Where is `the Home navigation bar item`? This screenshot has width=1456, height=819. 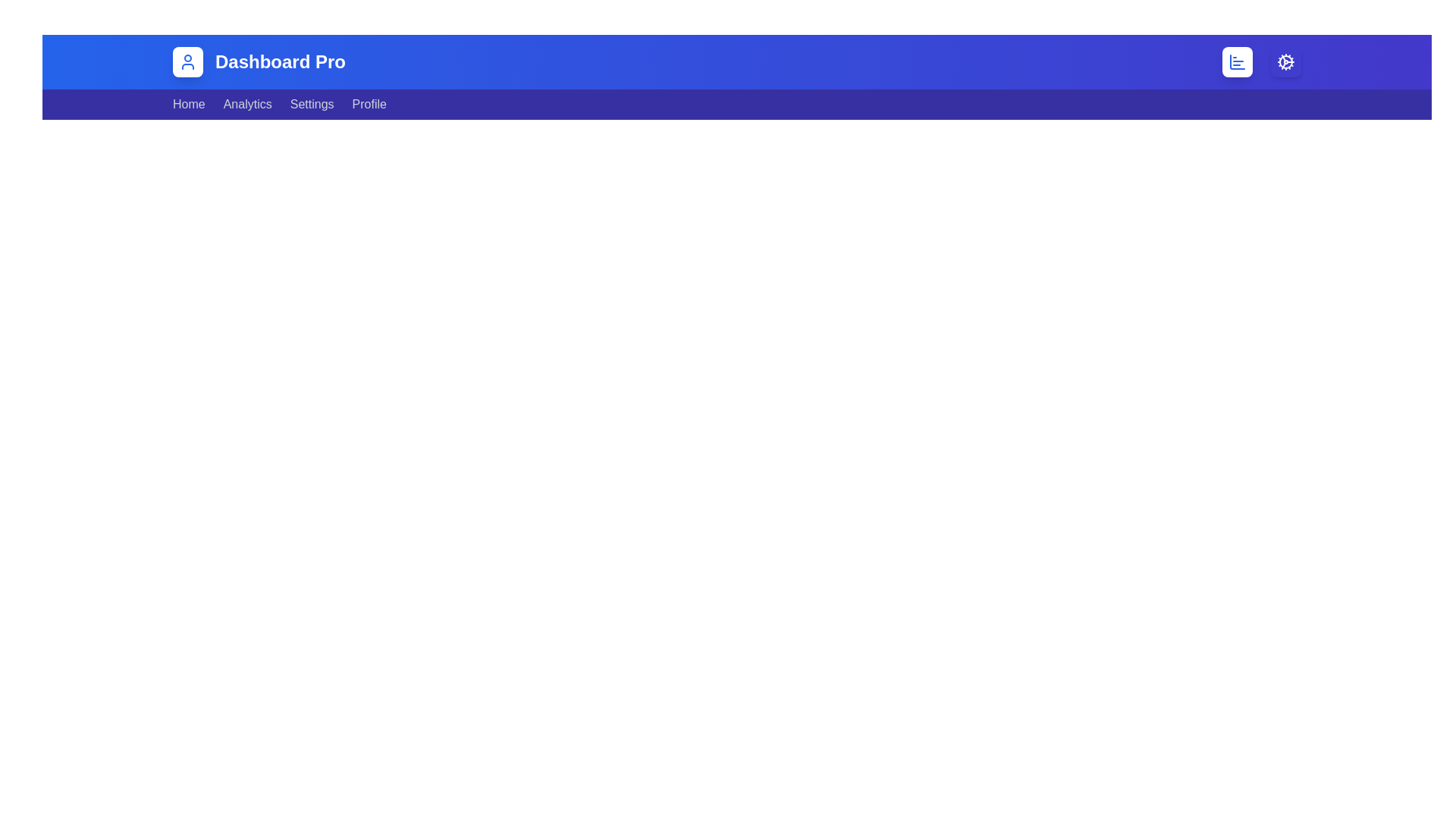 the Home navigation bar item is located at coordinates (188, 104).